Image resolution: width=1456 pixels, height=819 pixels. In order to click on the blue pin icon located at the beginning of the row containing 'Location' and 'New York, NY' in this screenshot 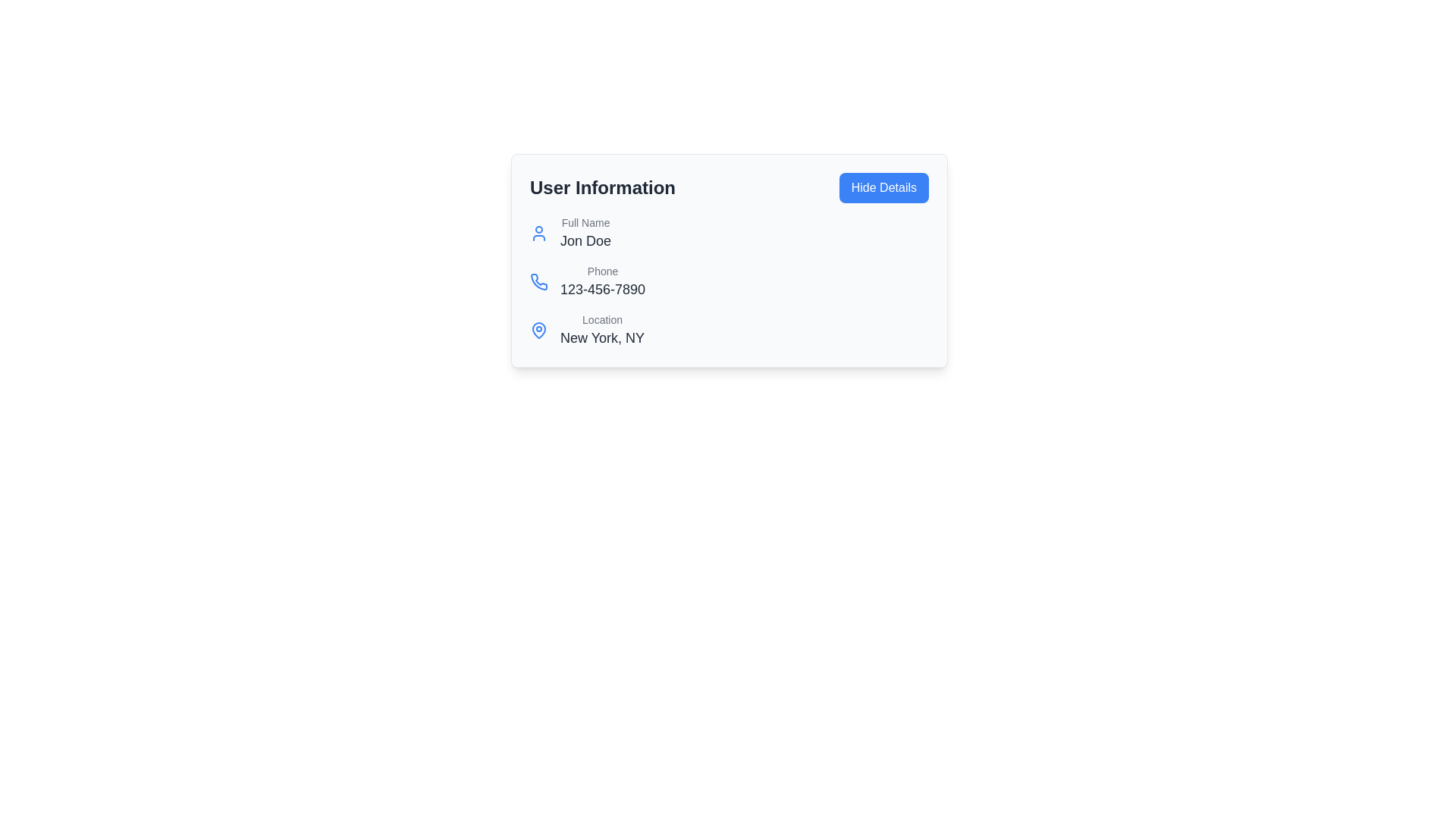, I will do `click(538, 329)`.